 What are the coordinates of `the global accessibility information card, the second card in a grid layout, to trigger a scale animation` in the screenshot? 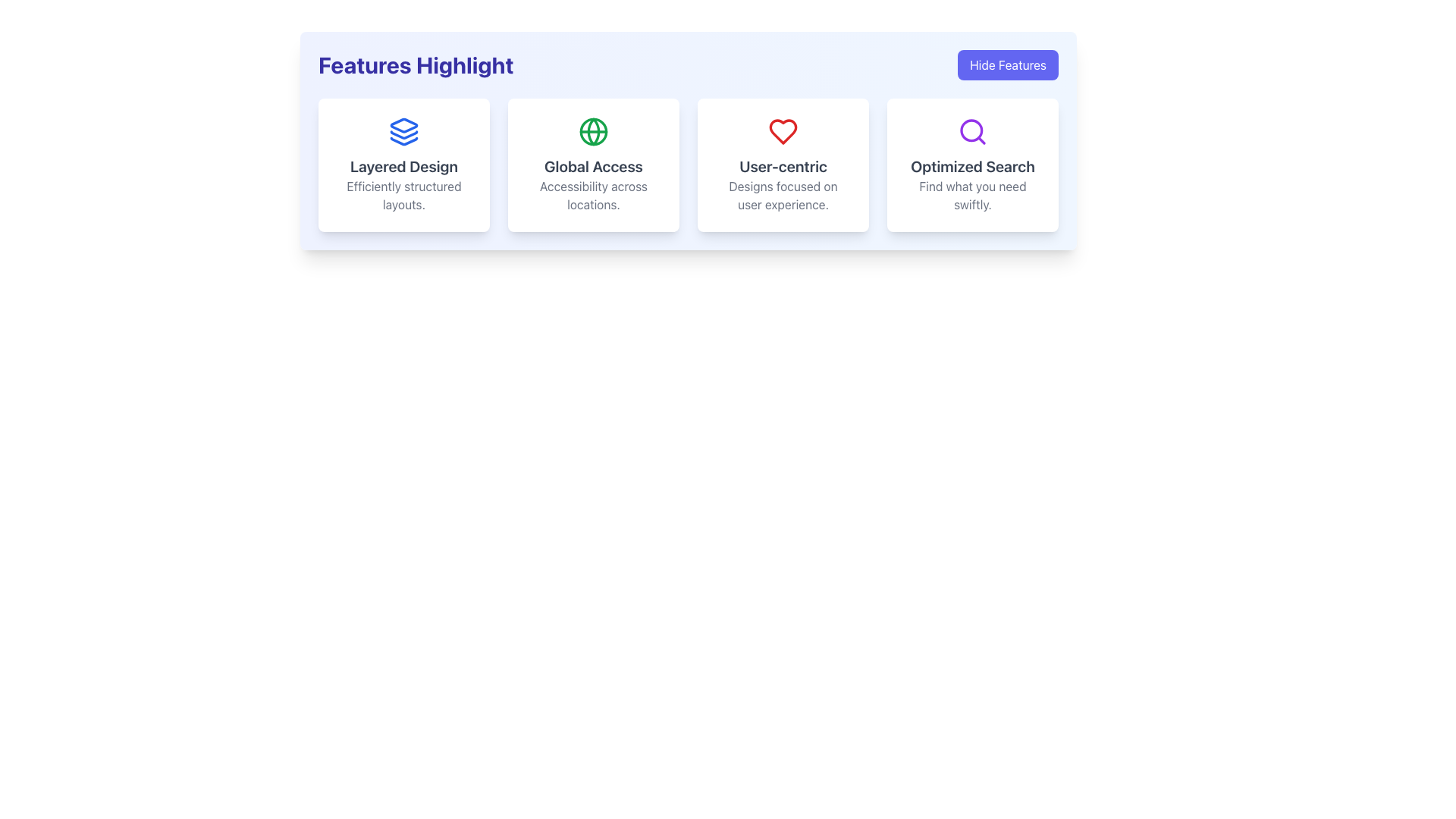 It's located at (592, 165).